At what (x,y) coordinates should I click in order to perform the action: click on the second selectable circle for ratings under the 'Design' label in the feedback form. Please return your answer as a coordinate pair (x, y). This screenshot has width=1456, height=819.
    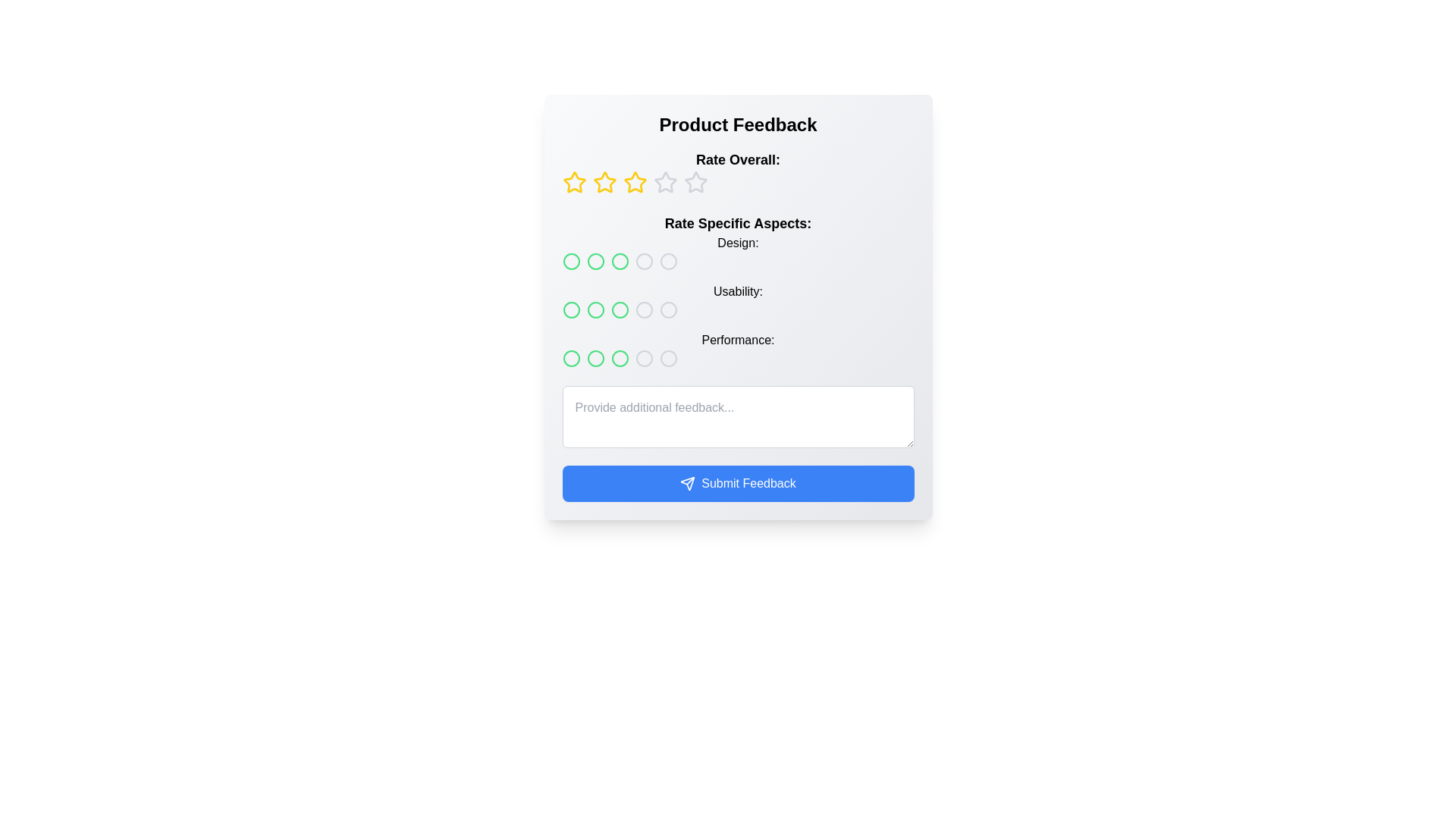
    Looking at the image, I should click on (667, 260).